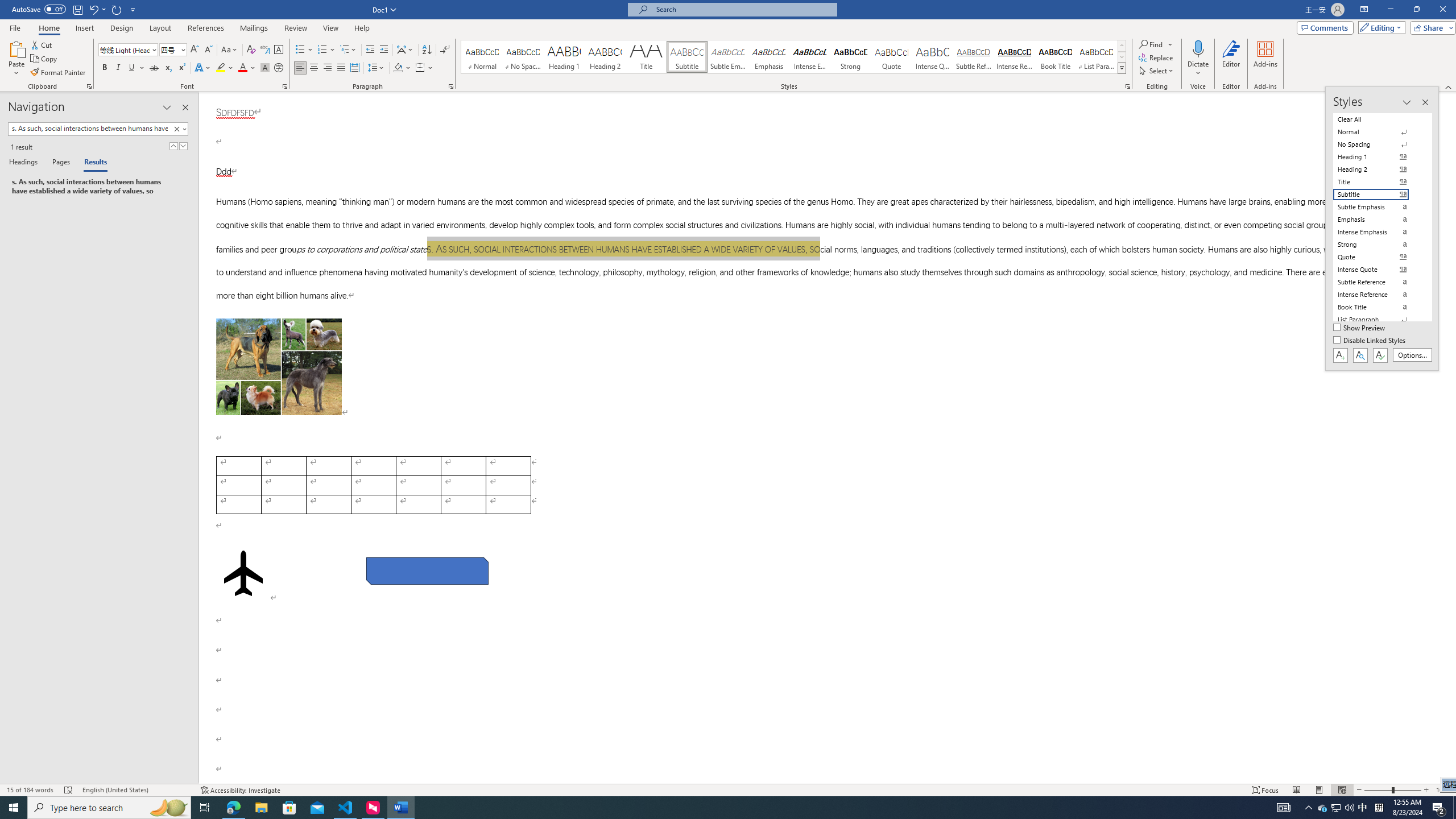 Image resolution: width=1456 pixels, height=819 pixels. Describe the element at coordinates (93, 9) in the screenshot. I see `'Undo Style'` at that location.